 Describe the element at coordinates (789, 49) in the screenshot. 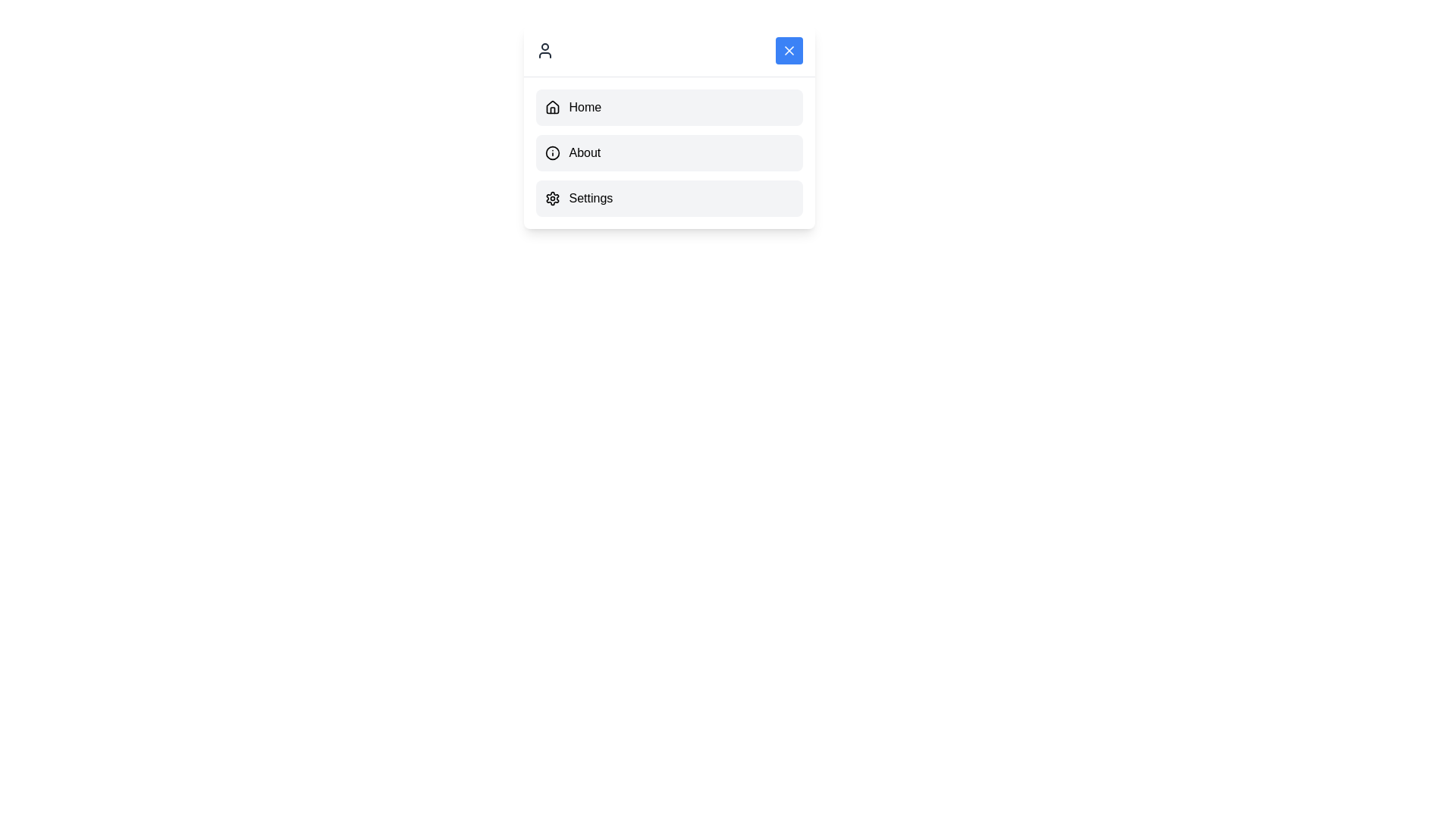

I see `the close button located at the top-right corner of the dropdown or modal panel` at that location.